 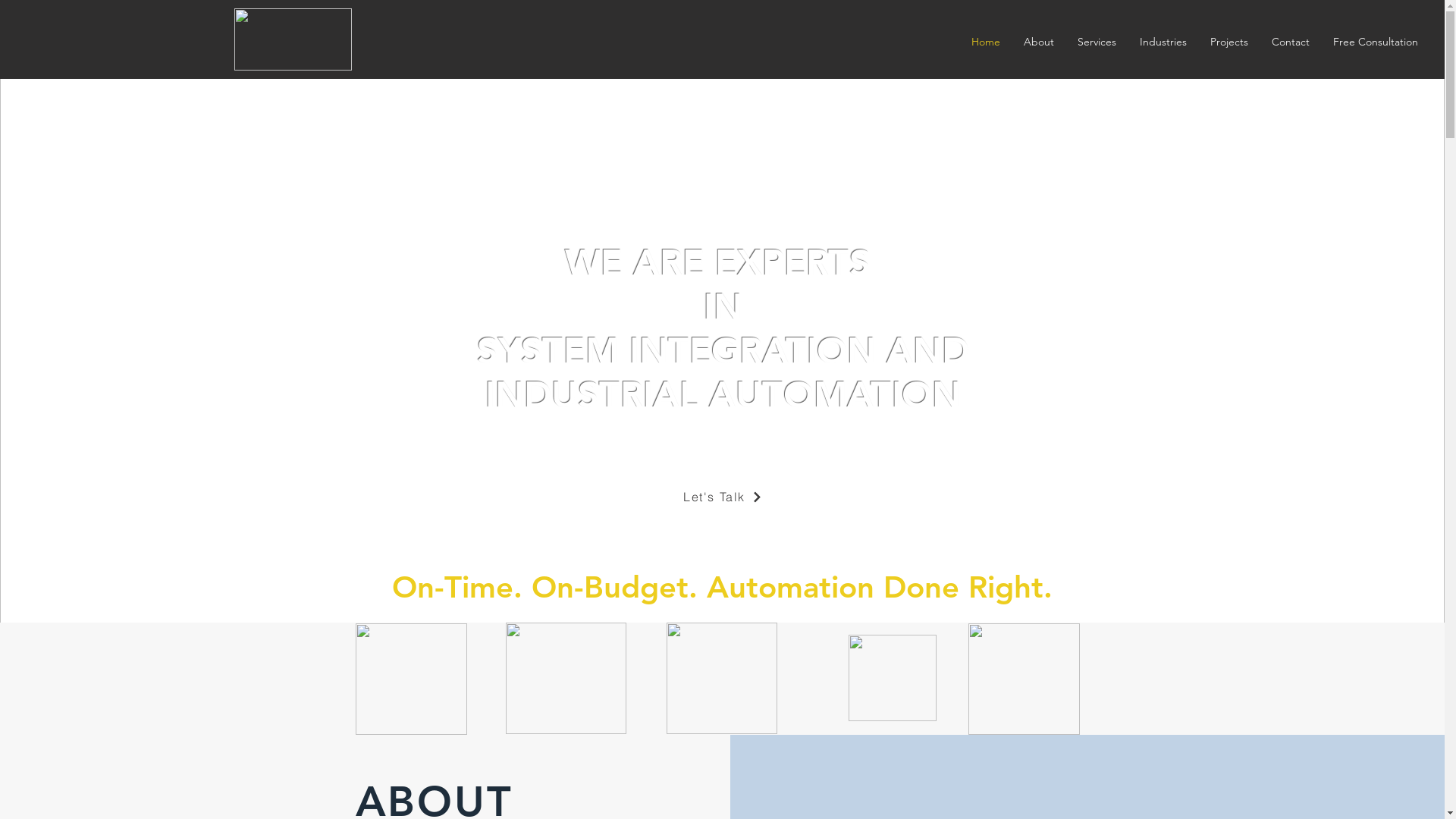 What do you see at coordinates (292, 38) in the screenshot?
I see `'400dpiLogoCropped_edited.png'` at bounding box center [292, 38].